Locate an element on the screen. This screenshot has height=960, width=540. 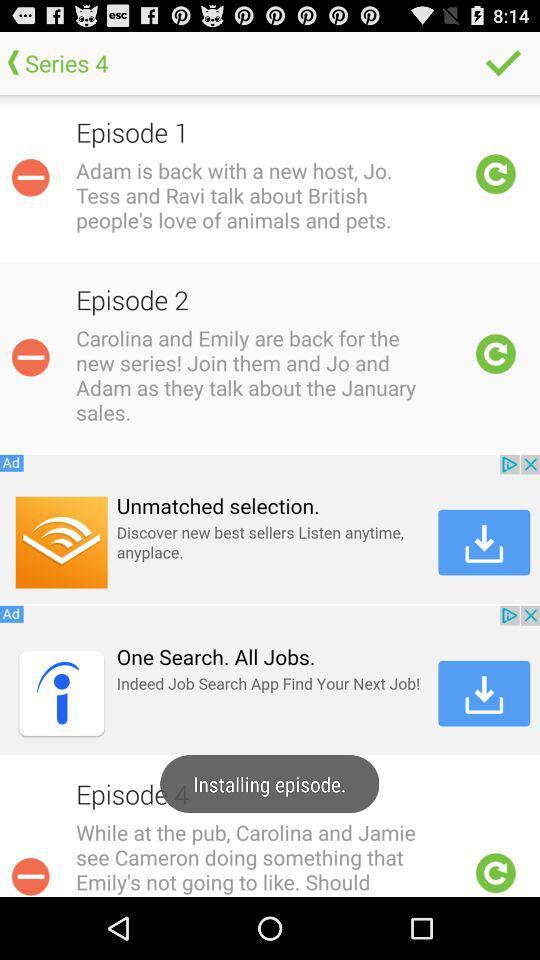
portrait is located at coordinates (495, 354).